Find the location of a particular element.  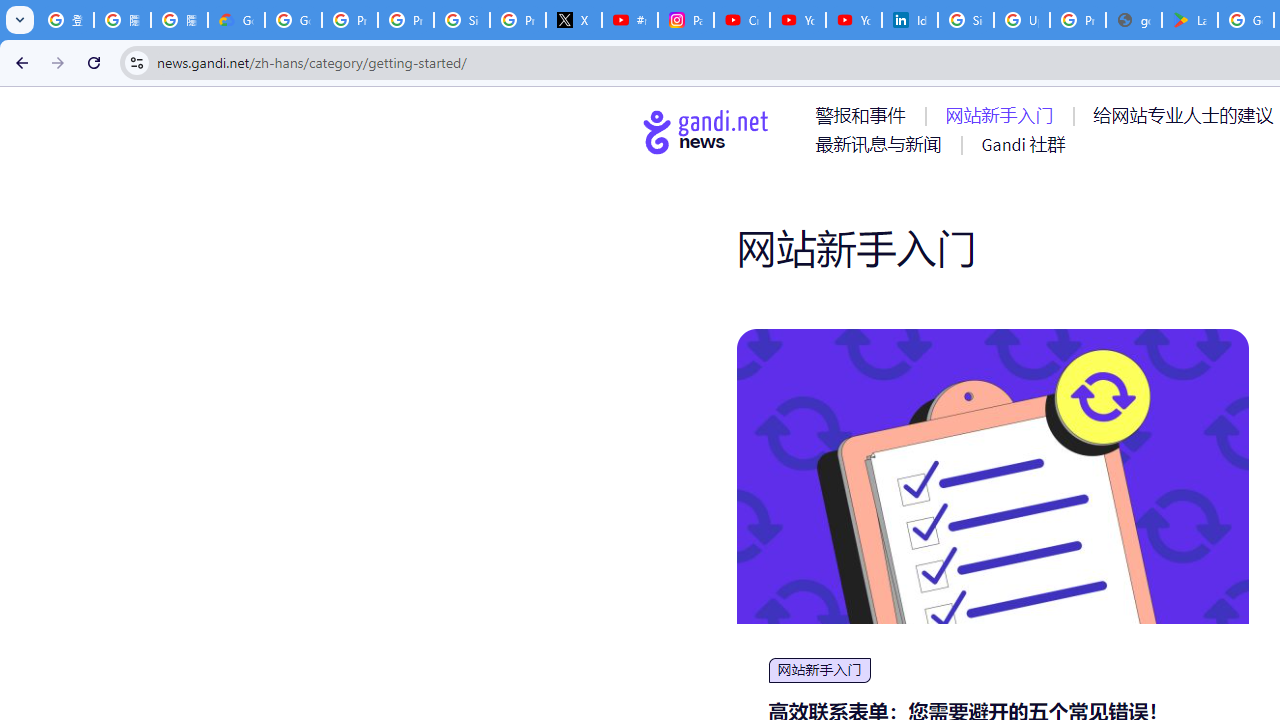

'Google Cloud Privacy Notice' is located at coordinates (236, 20).